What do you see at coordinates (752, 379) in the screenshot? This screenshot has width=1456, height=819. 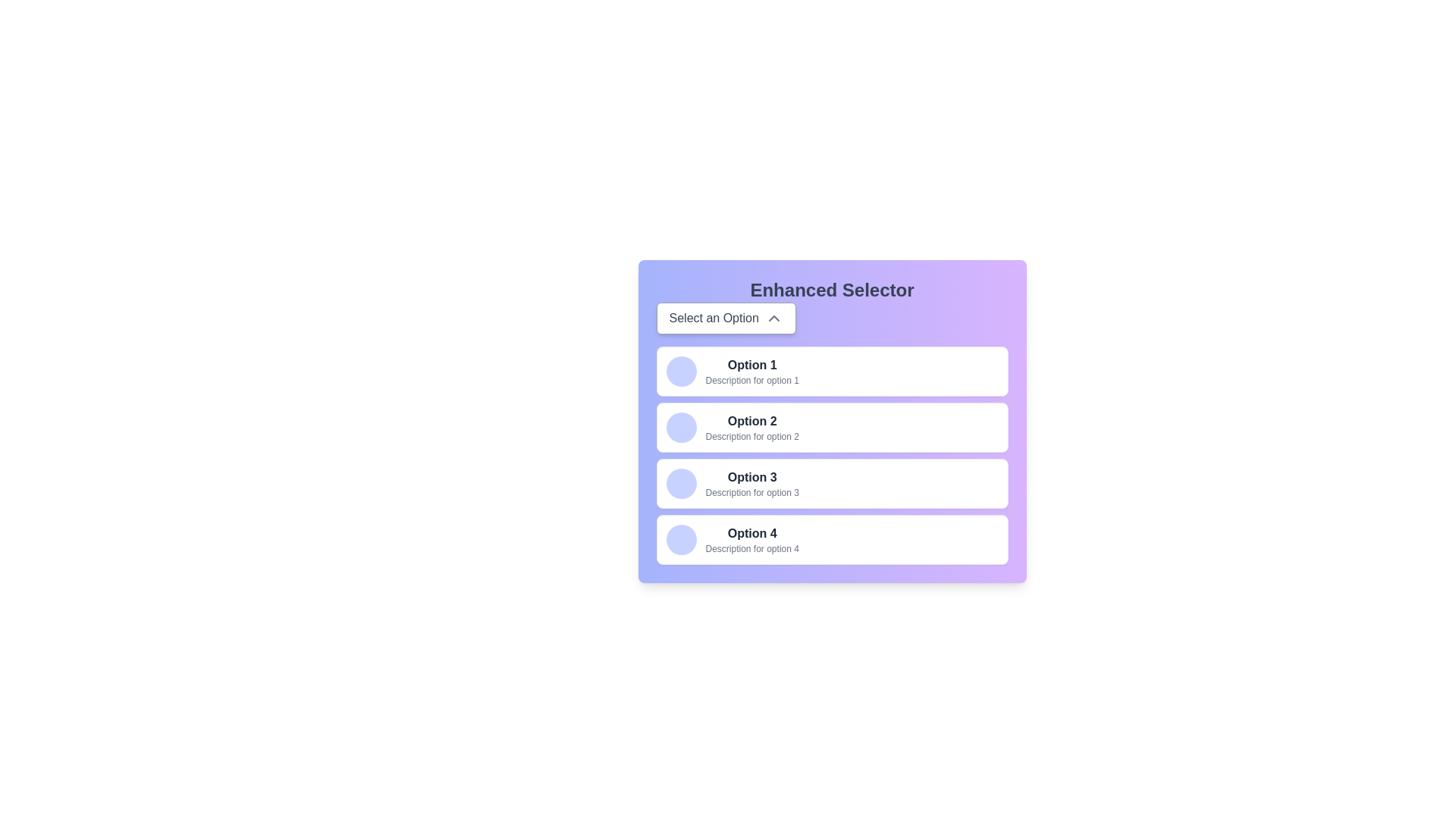 I see `the text element displaying 'Description for option 1', which is styled with a small font size and gray color, located directly below 'Option 1'` at bounding box center [752, 379].